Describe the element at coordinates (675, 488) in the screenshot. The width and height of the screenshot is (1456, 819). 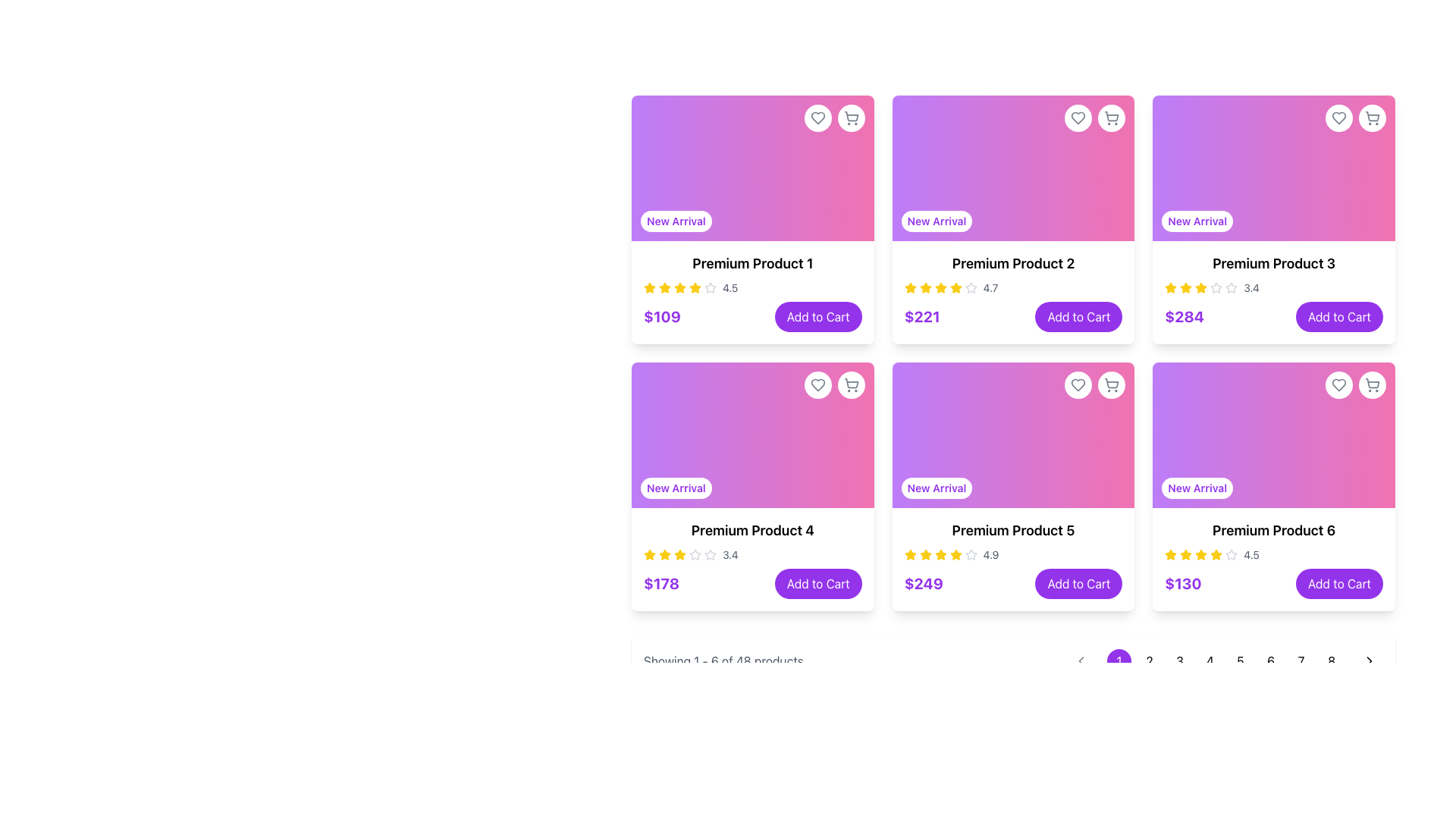
I see `the label indicating a newly added product located at the bottom-left corner of the fourth card component in the grid layout` at that location.